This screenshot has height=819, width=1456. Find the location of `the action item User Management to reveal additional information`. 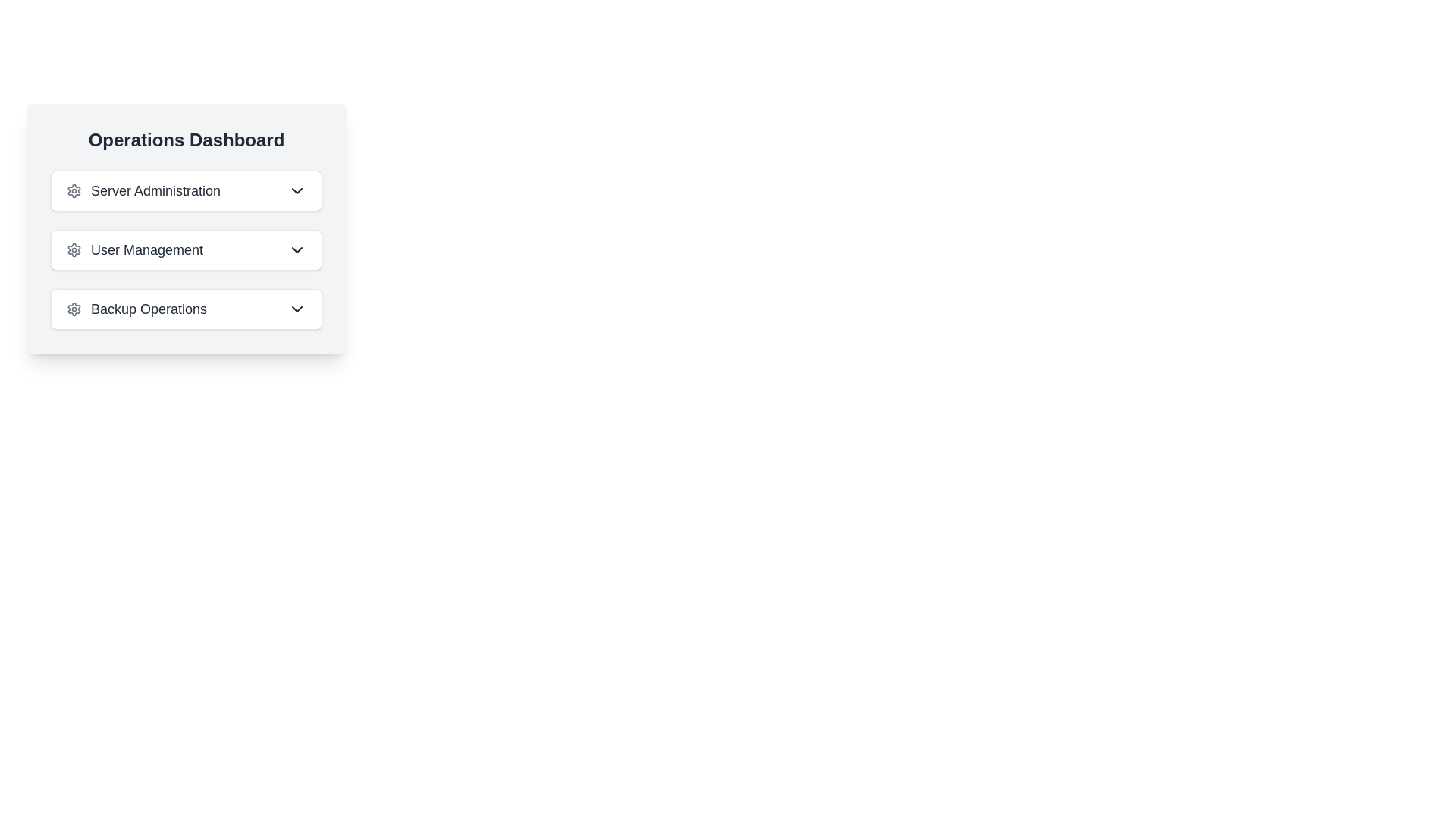

the action item User Management to reveal additional information is located at coordinates (185, 249).